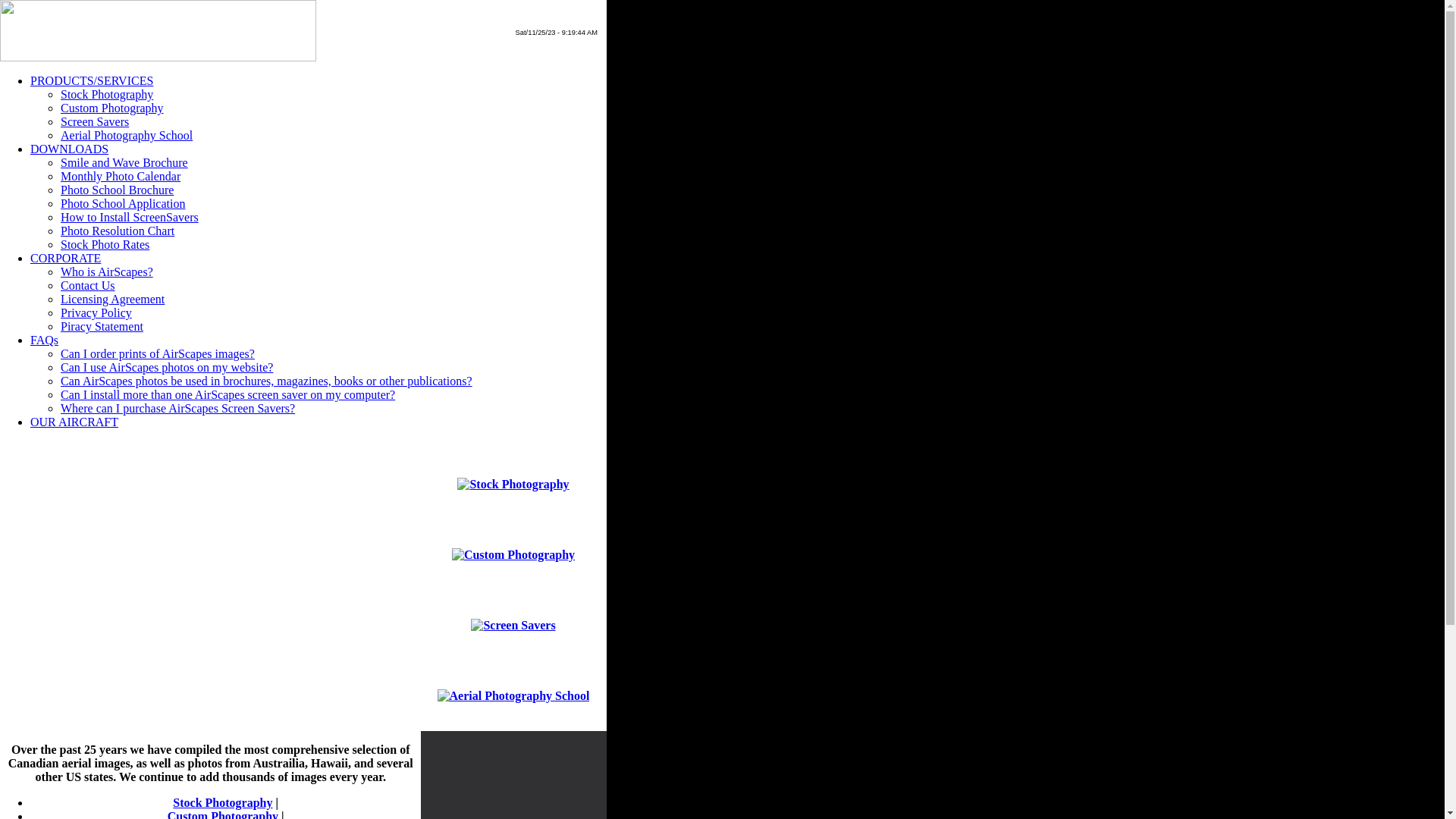  What do you see at coordinates (157, 353) in the screenshot?
I see `'Can I order prints of AirScapes images?'` at bounding box center [157, 353].